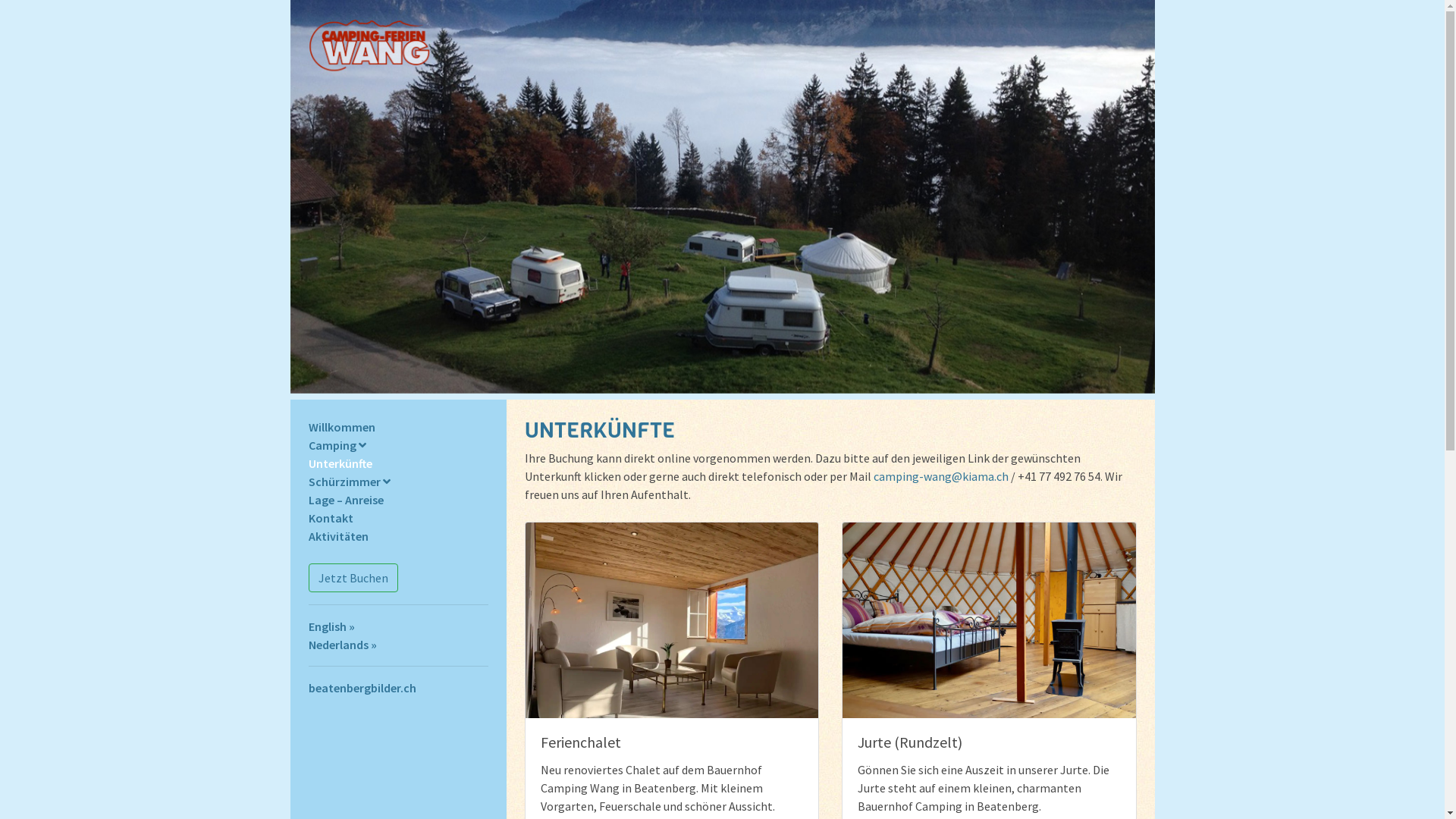 This screenshot has height=819, width=1456. What do you see at coordinates (307, 687) in the screenshot?
I see `'beatenbergbilder.ch'` at bounding box center [307, 687].